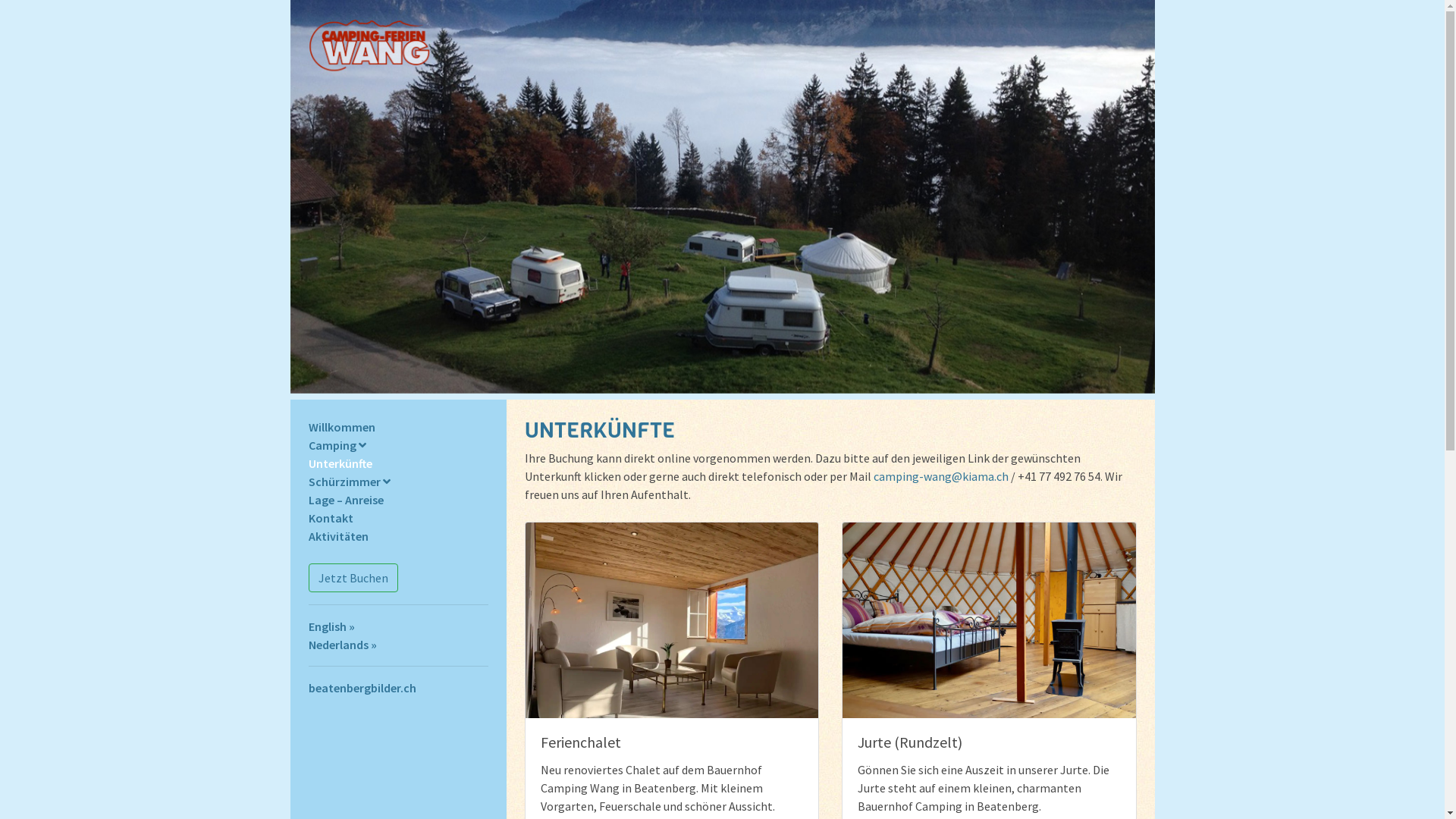 This screenshot has height=819, width=1456. What do you see at coordinates (307, 687) in the screenshot?
I see `'beatenbergbilder.ch'` at bounding box center [307, 687].